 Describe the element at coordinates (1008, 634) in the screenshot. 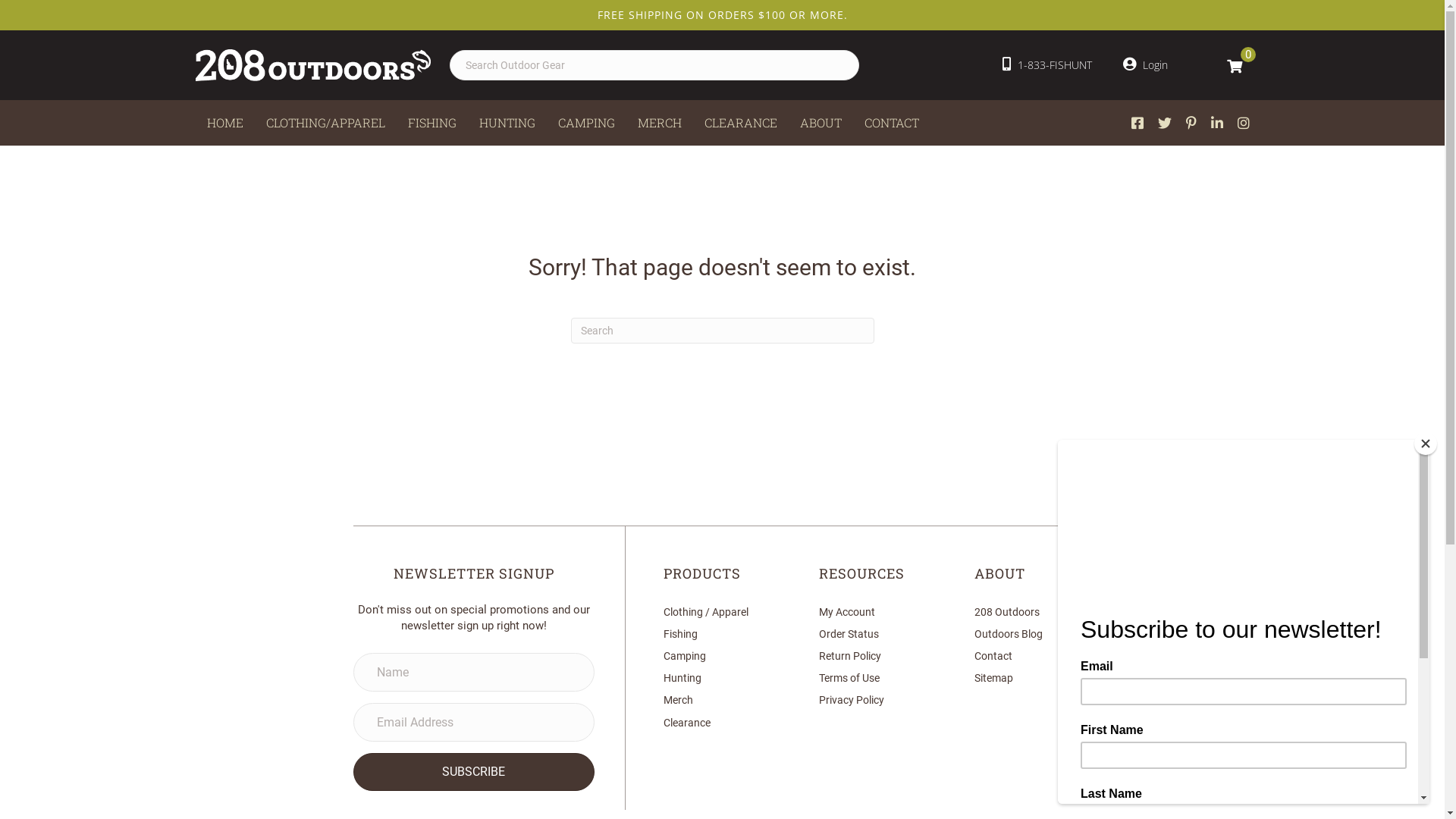

I see `'Outdoors Blog'` at that location.